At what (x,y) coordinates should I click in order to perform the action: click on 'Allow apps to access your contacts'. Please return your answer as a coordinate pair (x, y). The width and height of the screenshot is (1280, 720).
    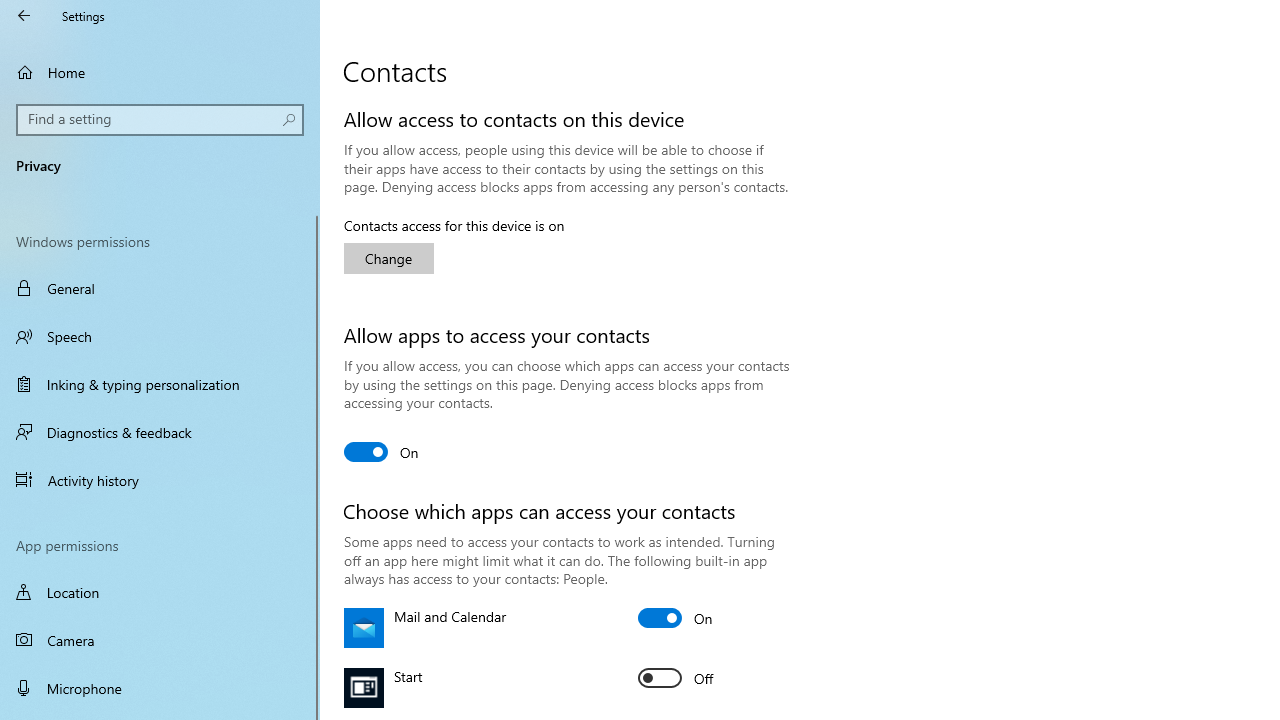
    Looking at the image, I should click on (382, 452).